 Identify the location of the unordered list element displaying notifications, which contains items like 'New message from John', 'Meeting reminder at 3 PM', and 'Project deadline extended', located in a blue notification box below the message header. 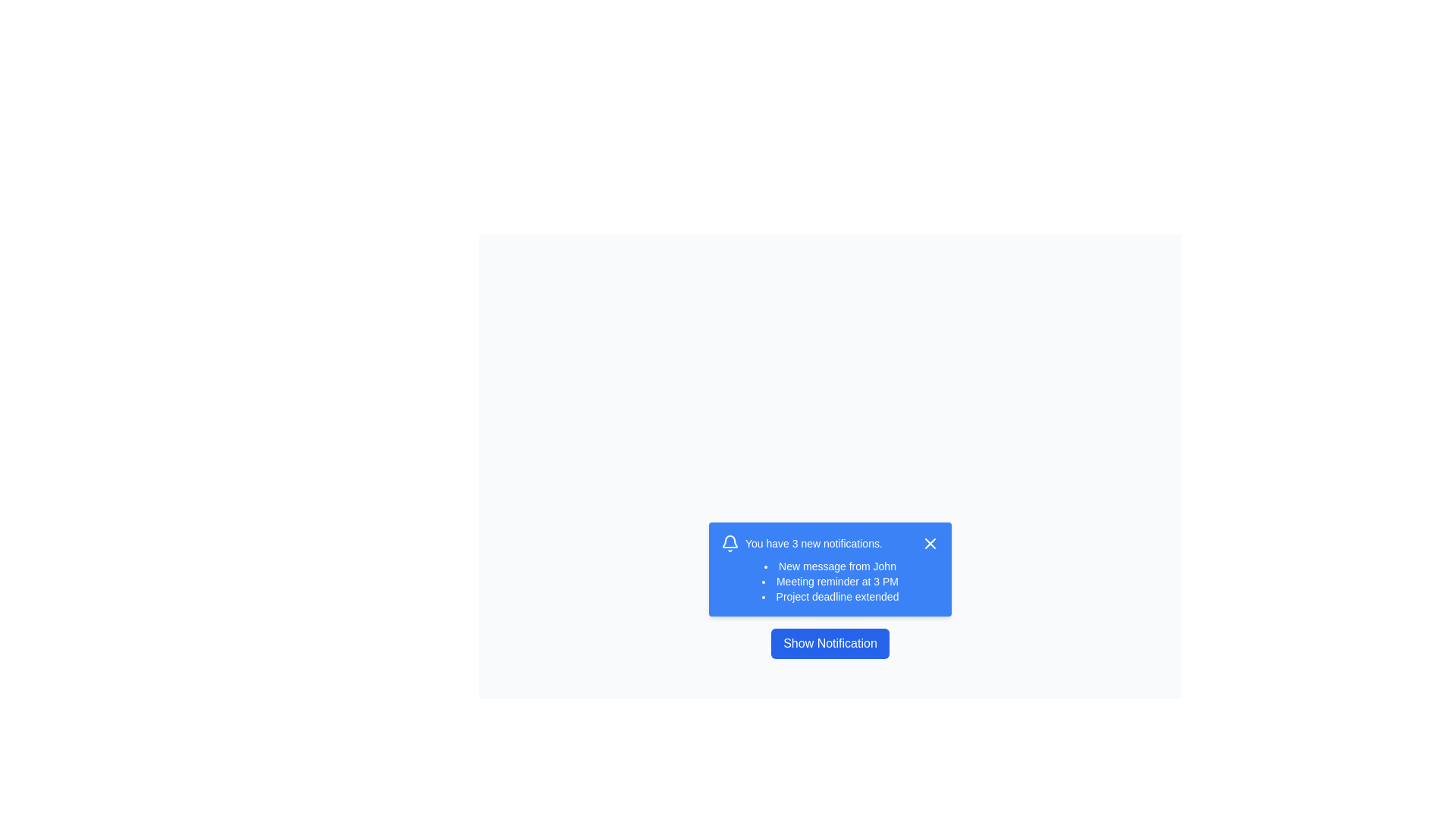
(829, 581).